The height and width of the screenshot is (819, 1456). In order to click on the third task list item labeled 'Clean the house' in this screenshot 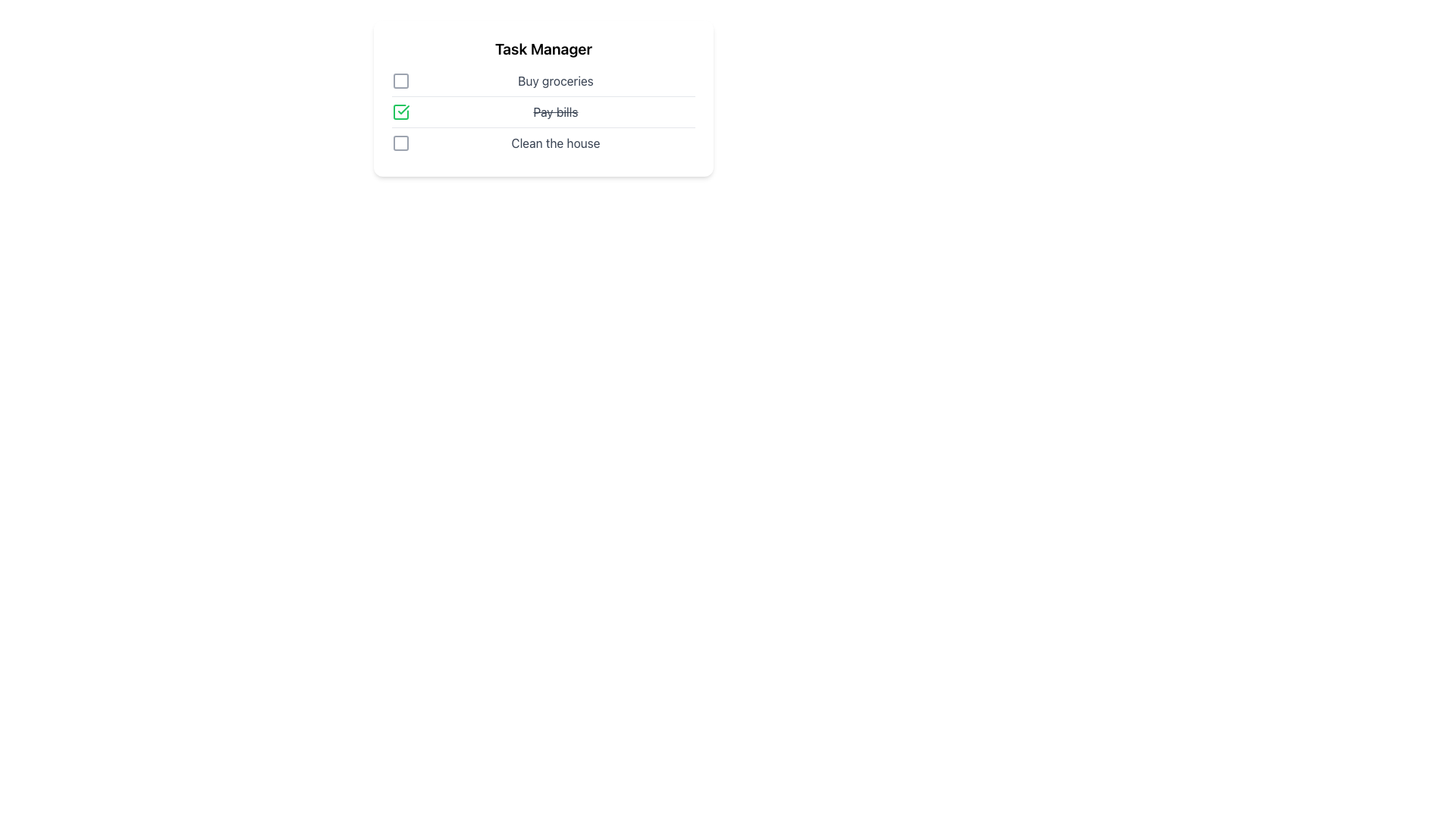, I will do `click(543, 146)`.